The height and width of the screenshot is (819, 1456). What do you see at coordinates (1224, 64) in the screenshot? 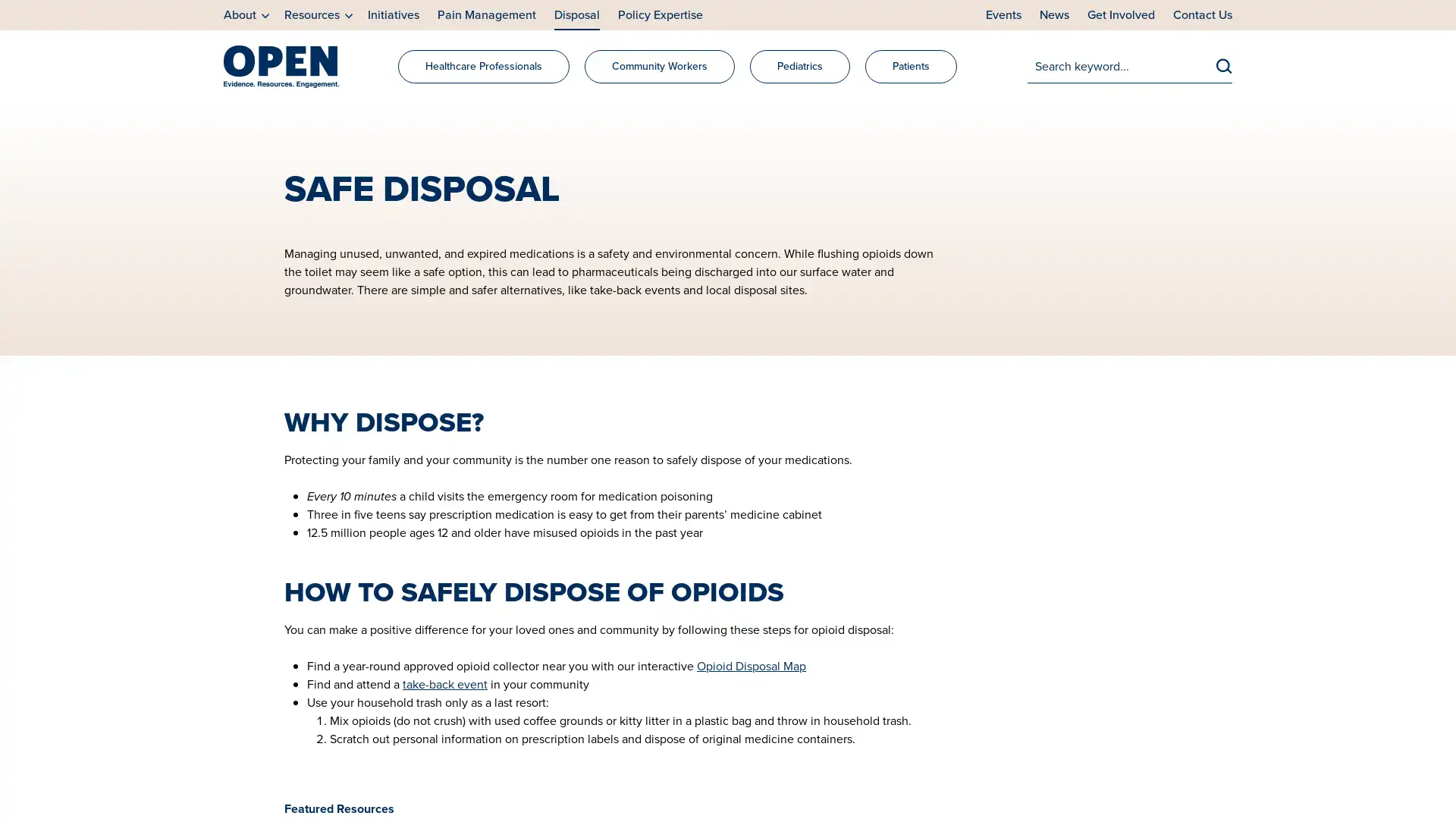
I see `SEARCH` at bounding box center [1224, 64].